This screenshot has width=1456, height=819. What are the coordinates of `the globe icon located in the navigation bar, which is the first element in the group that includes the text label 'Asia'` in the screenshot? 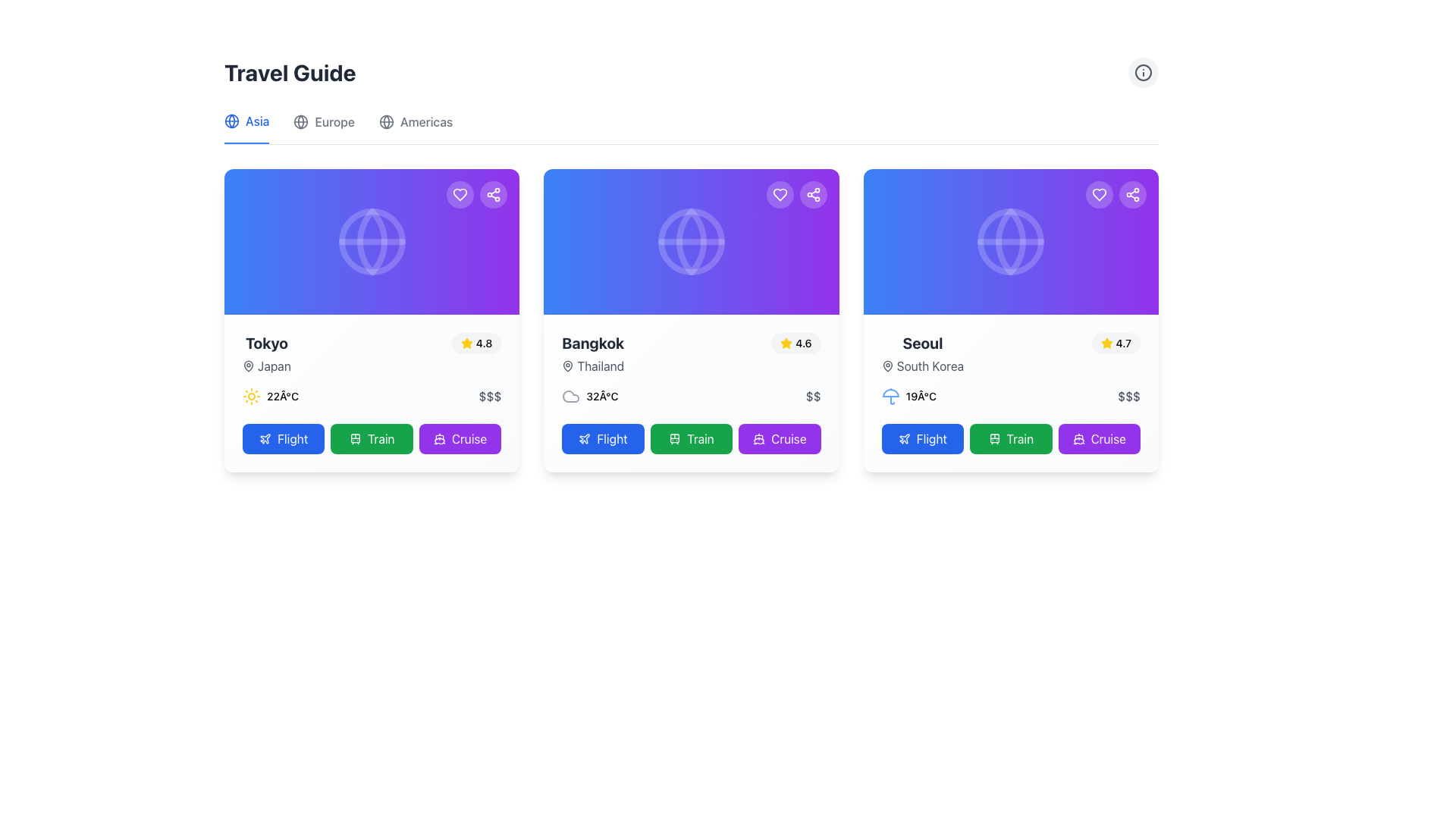 It's located at (231, 120).